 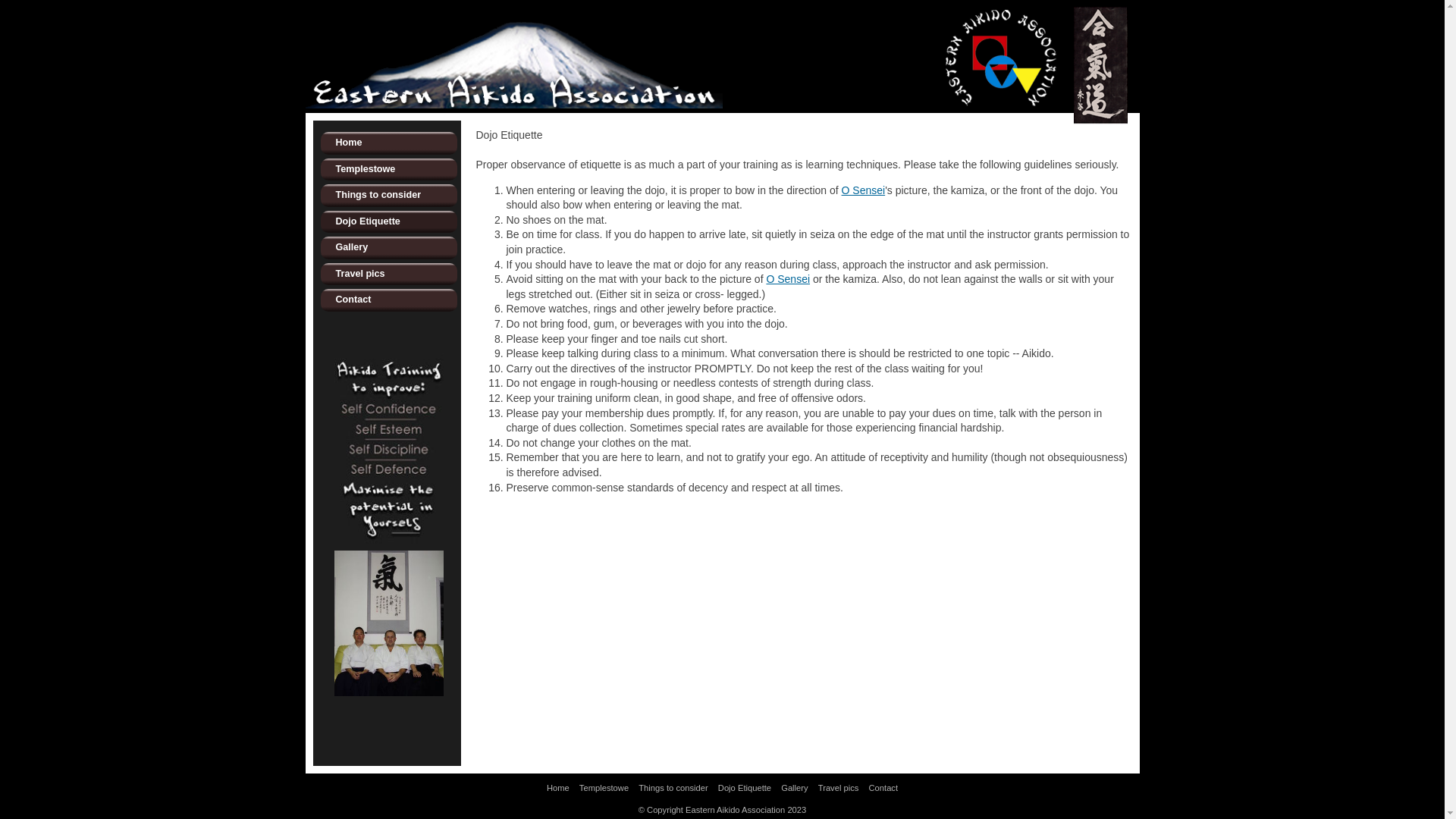 What do you see at coordinates (388, 275) in the screenshot?
I see `'Travel pics'` at bounding box center [388, 275].